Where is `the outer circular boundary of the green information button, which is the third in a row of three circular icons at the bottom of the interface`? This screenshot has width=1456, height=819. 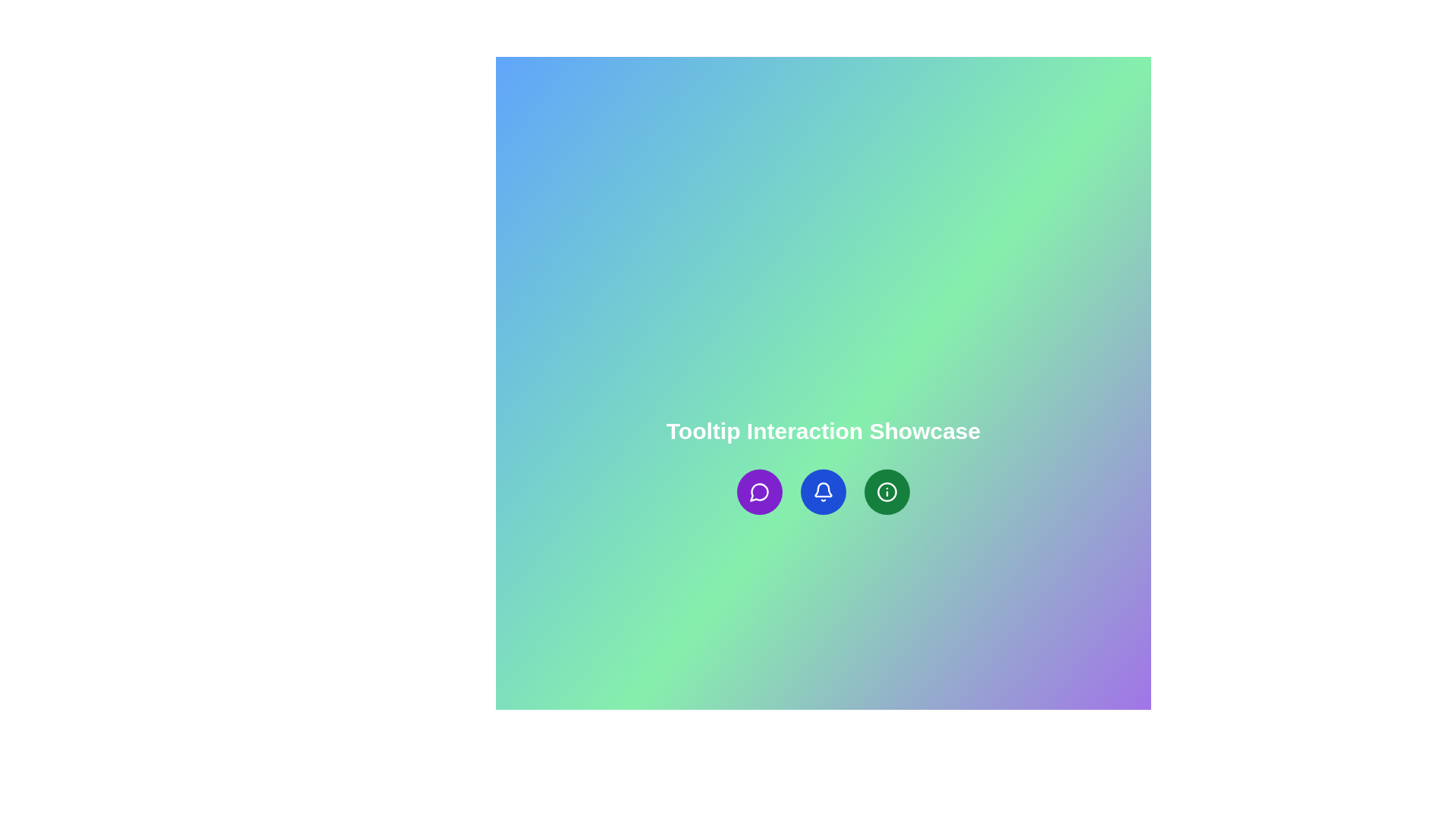 the outer circular boundary of the green information button, which is the third in a row of three circular icons at the bottom of the interface is located at coordinates (887, 491).